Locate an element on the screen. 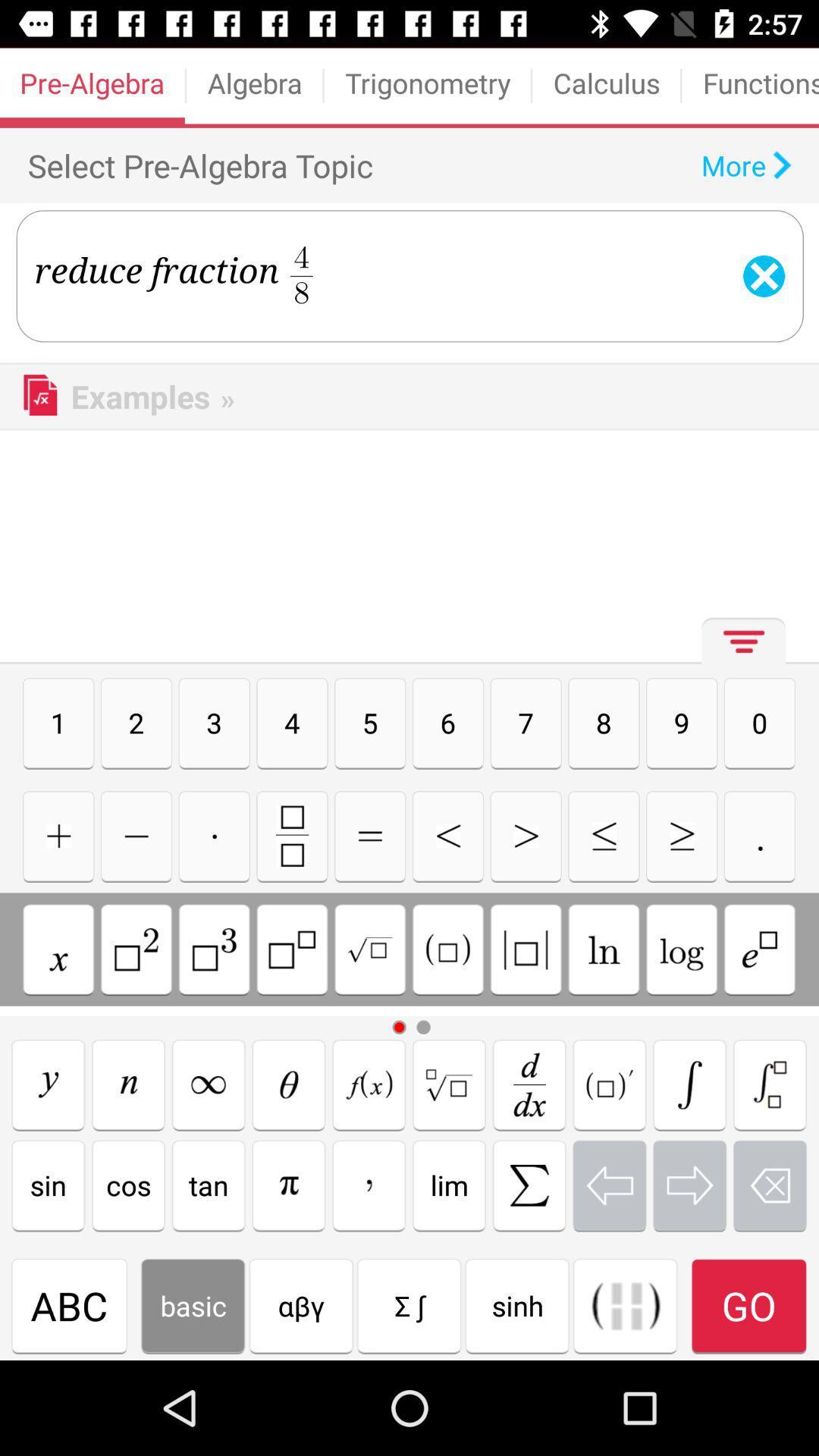 The height and width of the screenshot is (1456, 819). the add icon is located at coordinates (58, 835).